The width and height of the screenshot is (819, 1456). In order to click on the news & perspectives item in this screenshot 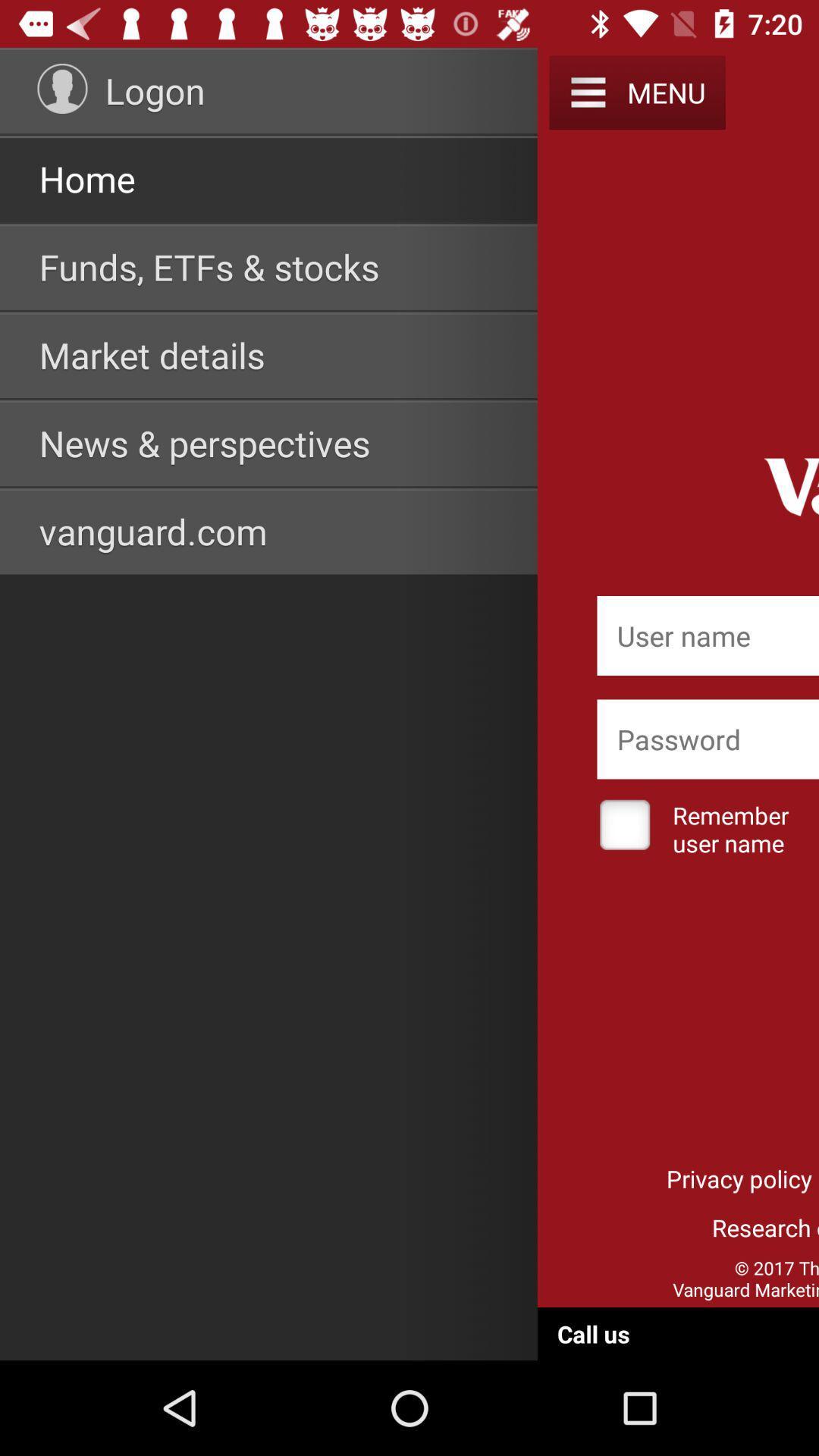, I will do `click(205, 442)`.